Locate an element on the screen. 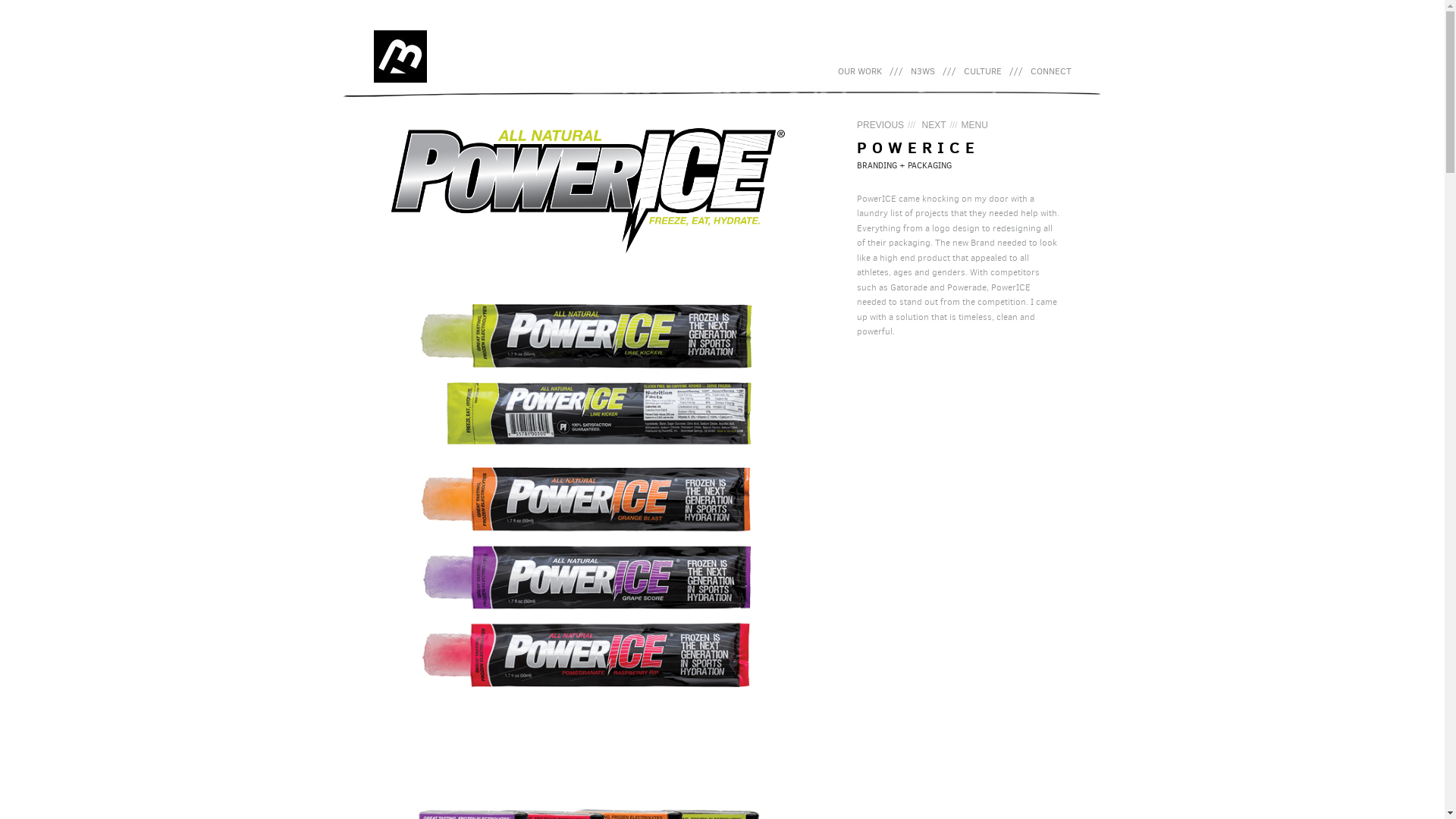 The width and height of the screenshot is (1456, 819). '///' is located at coordinates (1005, 72).